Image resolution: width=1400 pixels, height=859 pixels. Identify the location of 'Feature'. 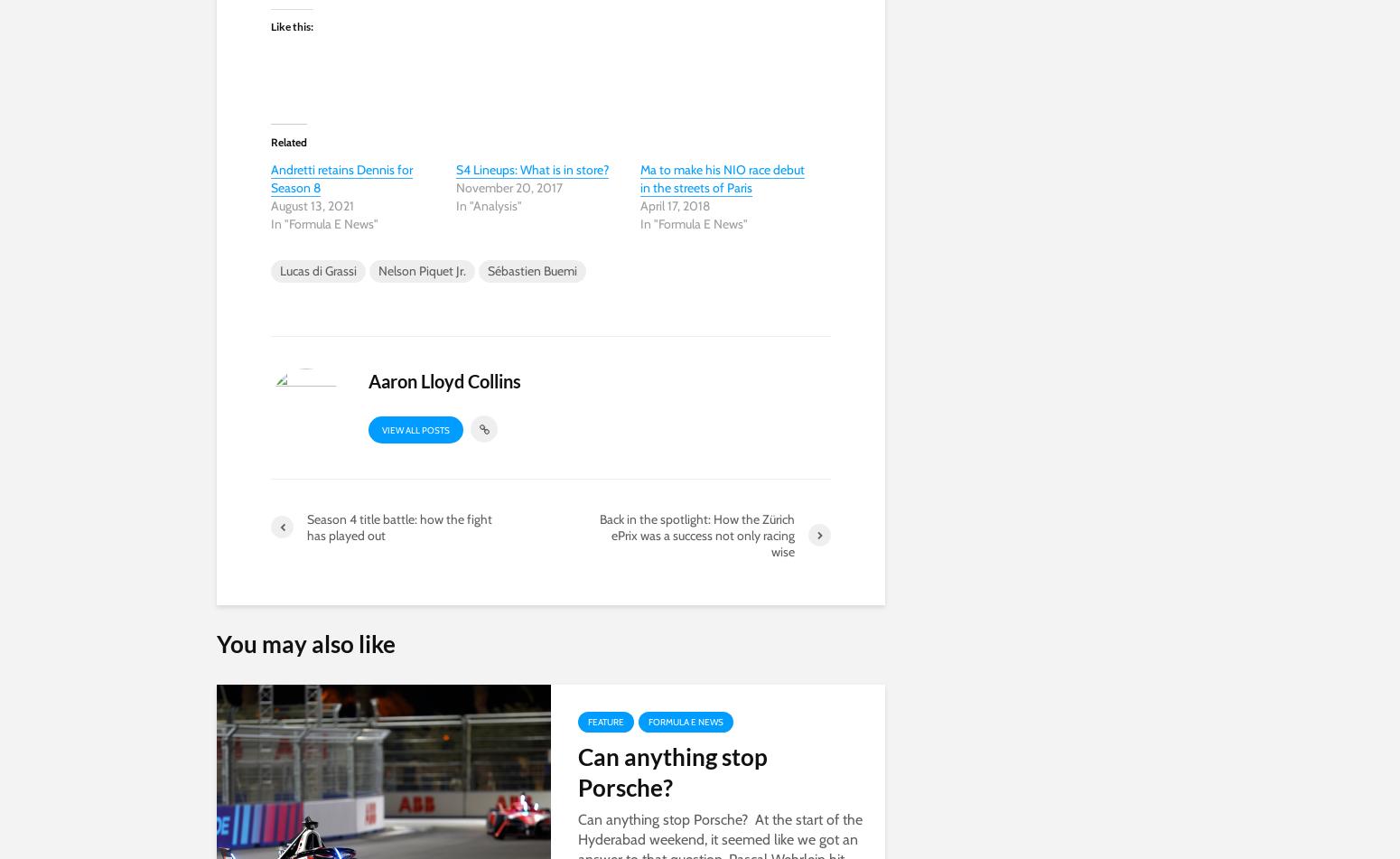
(604, 720).